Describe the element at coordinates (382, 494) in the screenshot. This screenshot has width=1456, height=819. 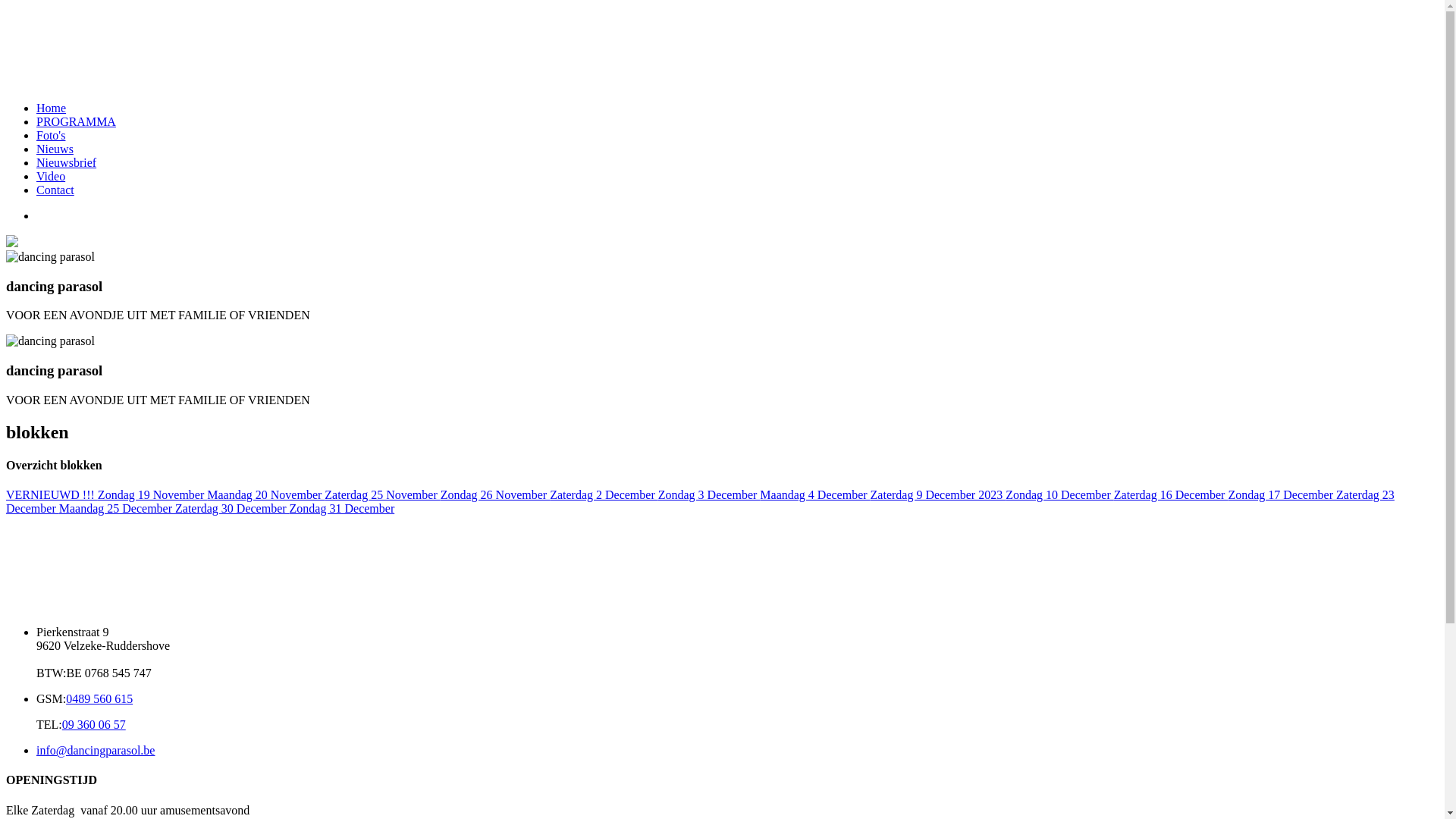
I see `'Zaterdag 25 November'` at that location.